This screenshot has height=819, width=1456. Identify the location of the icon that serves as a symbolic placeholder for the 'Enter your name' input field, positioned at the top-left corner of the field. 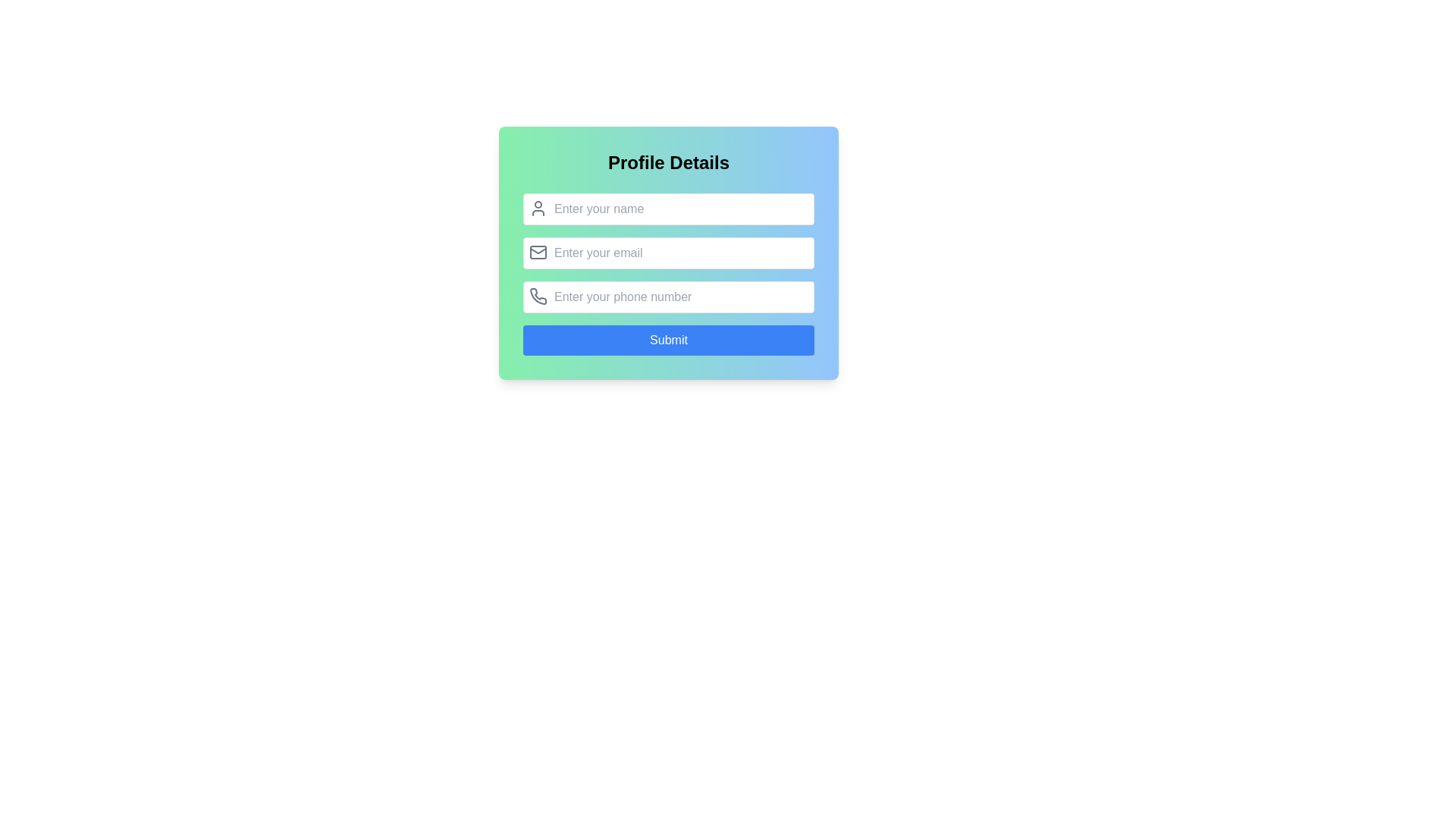
(538, 208).